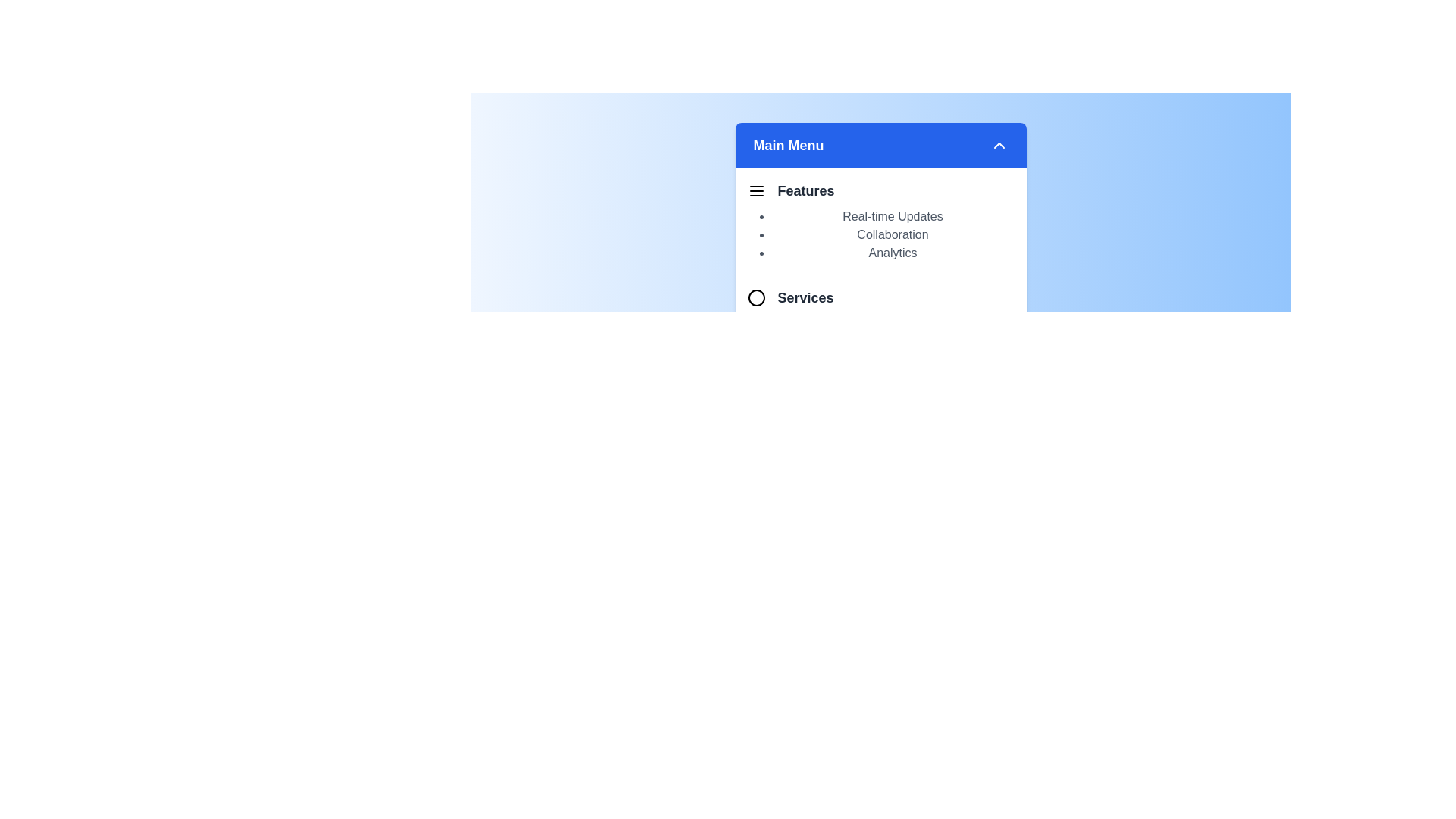 The height and width of the screenshot is (819, 1456). I want to click on the section header Services to toggle its visibility, so click(880, 301).